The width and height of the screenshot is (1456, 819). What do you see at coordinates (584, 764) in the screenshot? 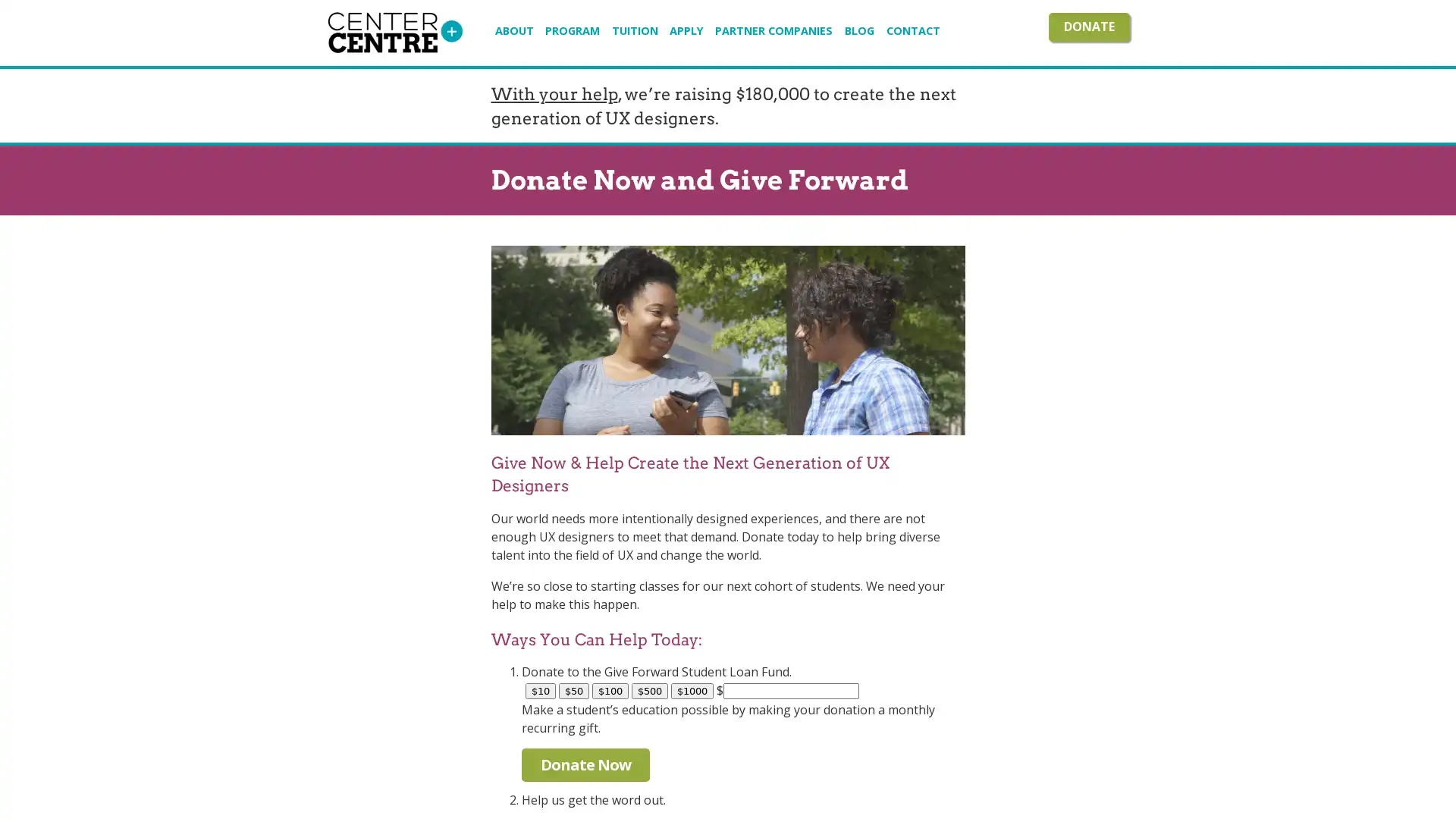
I see `Donate Now` at bounding box center [584, 764].